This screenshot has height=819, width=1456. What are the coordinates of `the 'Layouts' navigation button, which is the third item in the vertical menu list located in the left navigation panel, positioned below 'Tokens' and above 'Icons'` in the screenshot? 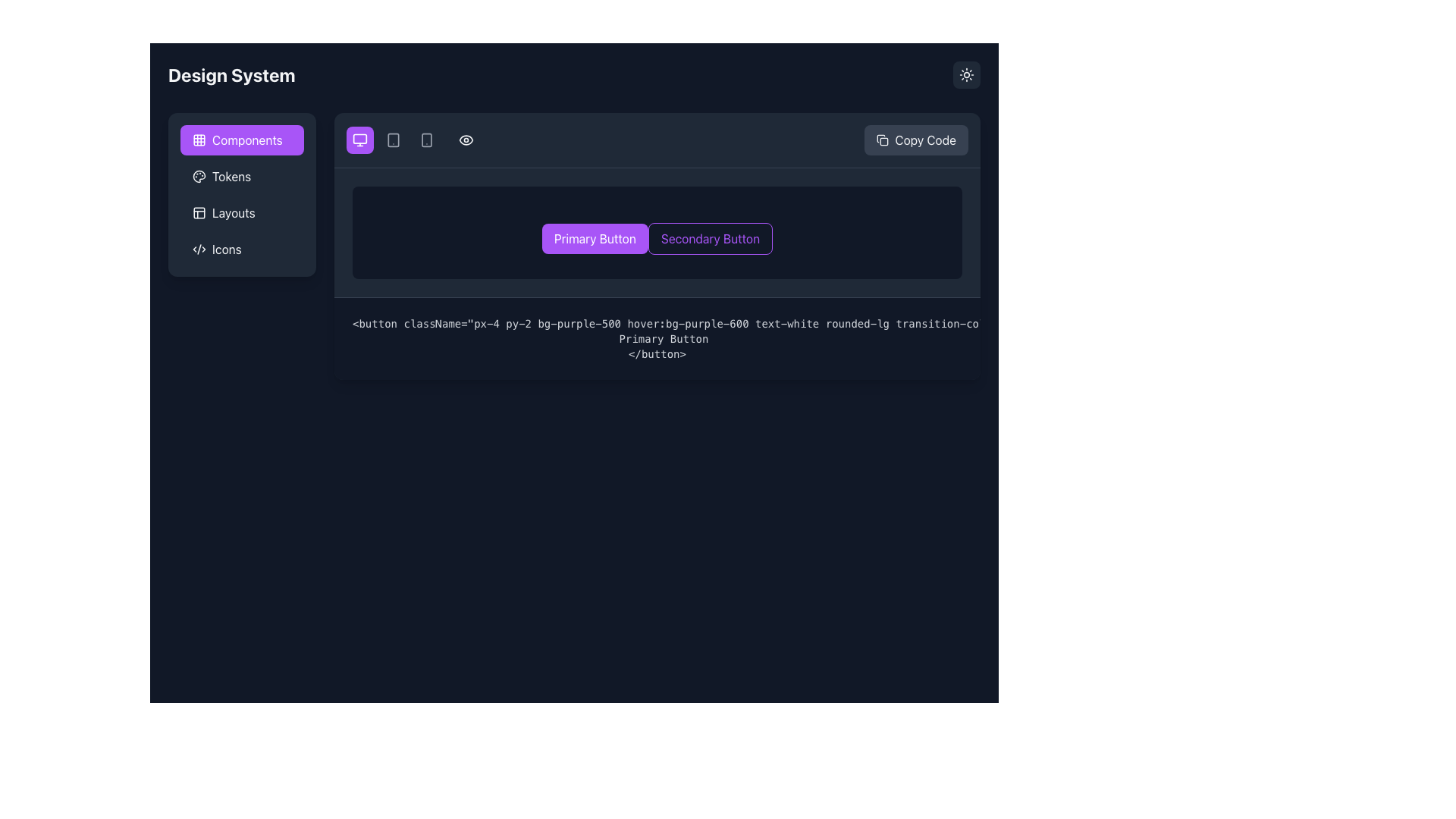 It's located at (241, 213).